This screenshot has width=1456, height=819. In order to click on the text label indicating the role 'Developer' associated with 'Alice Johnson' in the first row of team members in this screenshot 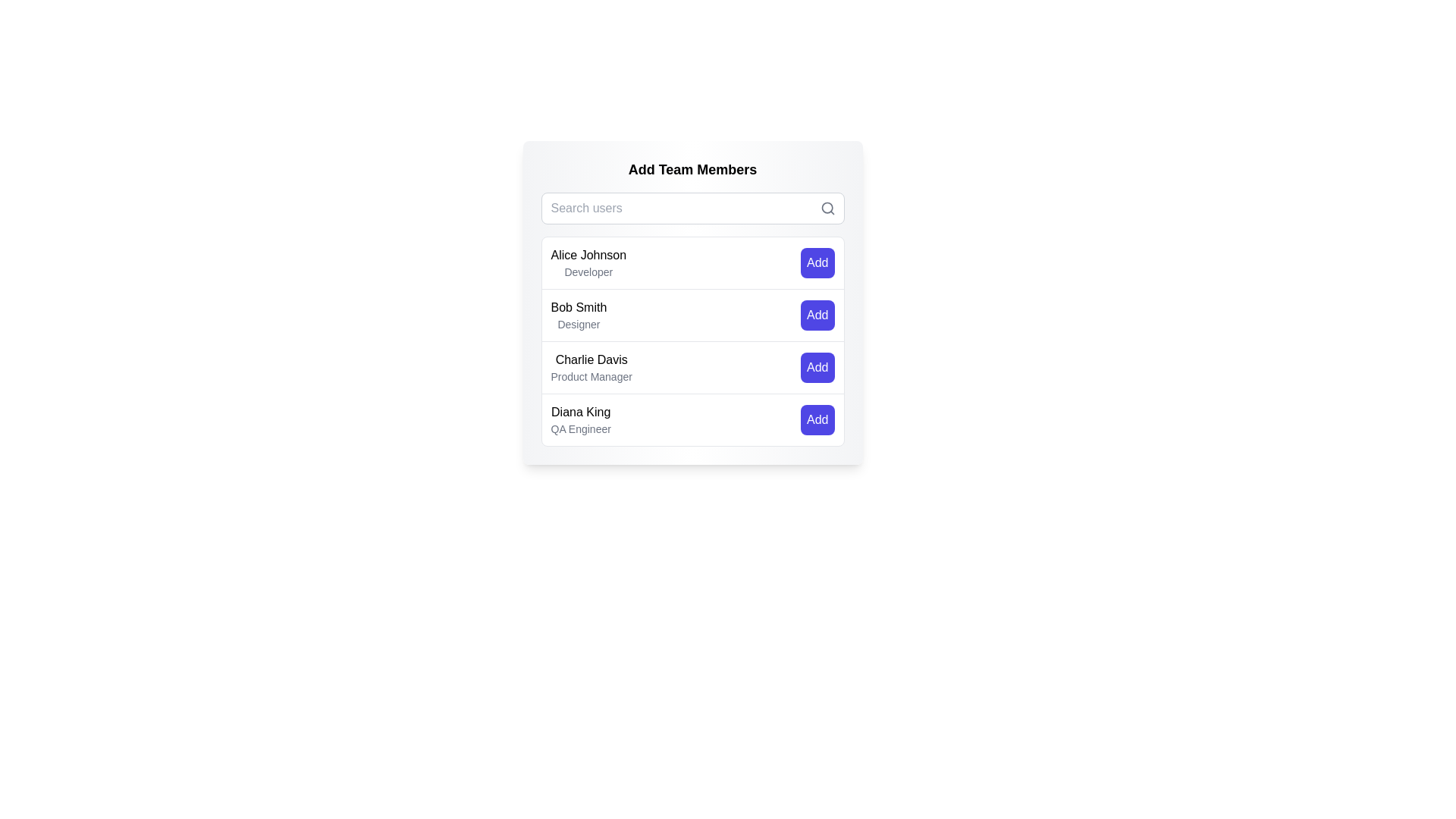, I will do `click(588, 271)`.